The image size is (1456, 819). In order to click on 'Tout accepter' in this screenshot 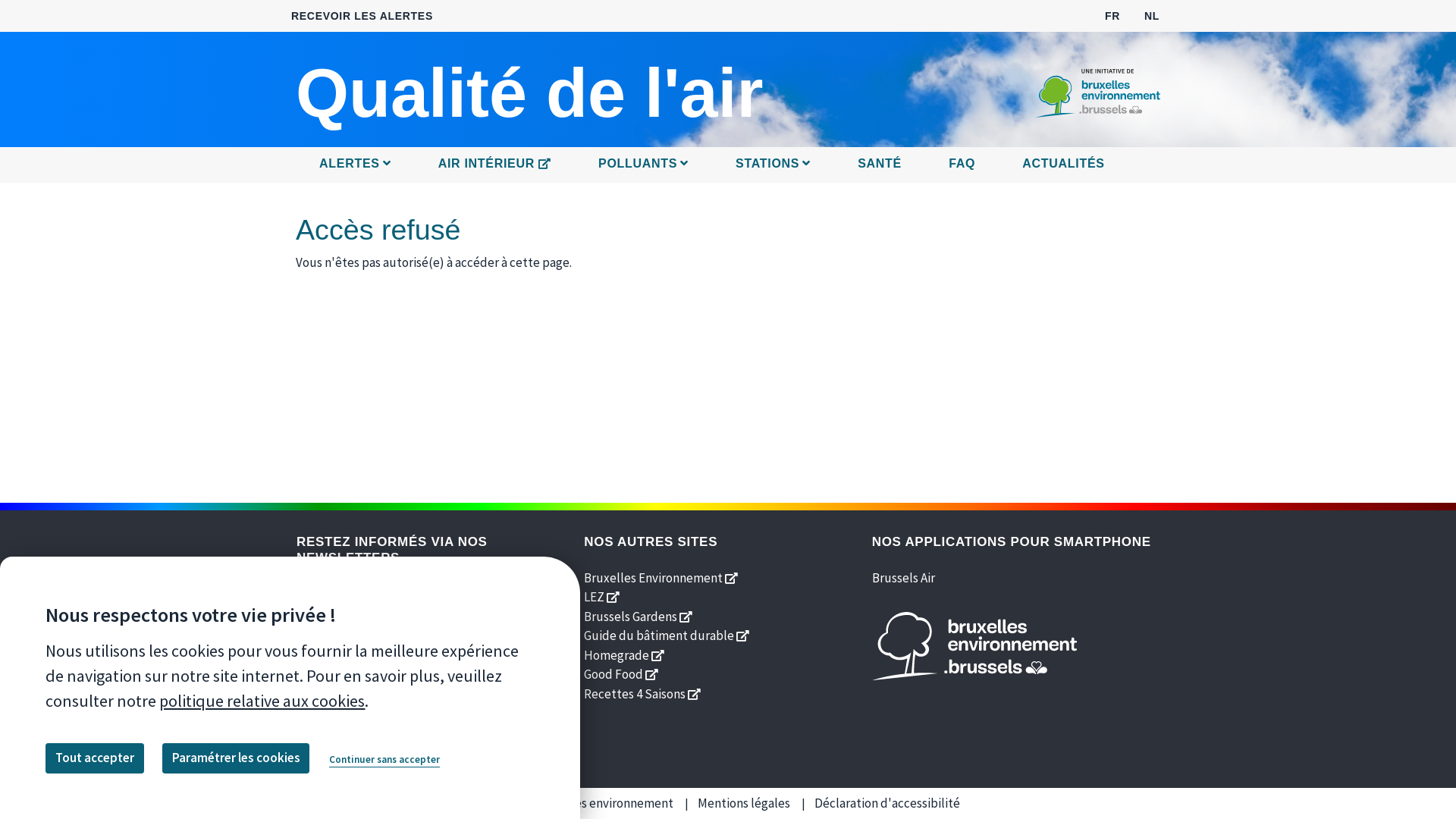, I will do `click(93, 758)`.